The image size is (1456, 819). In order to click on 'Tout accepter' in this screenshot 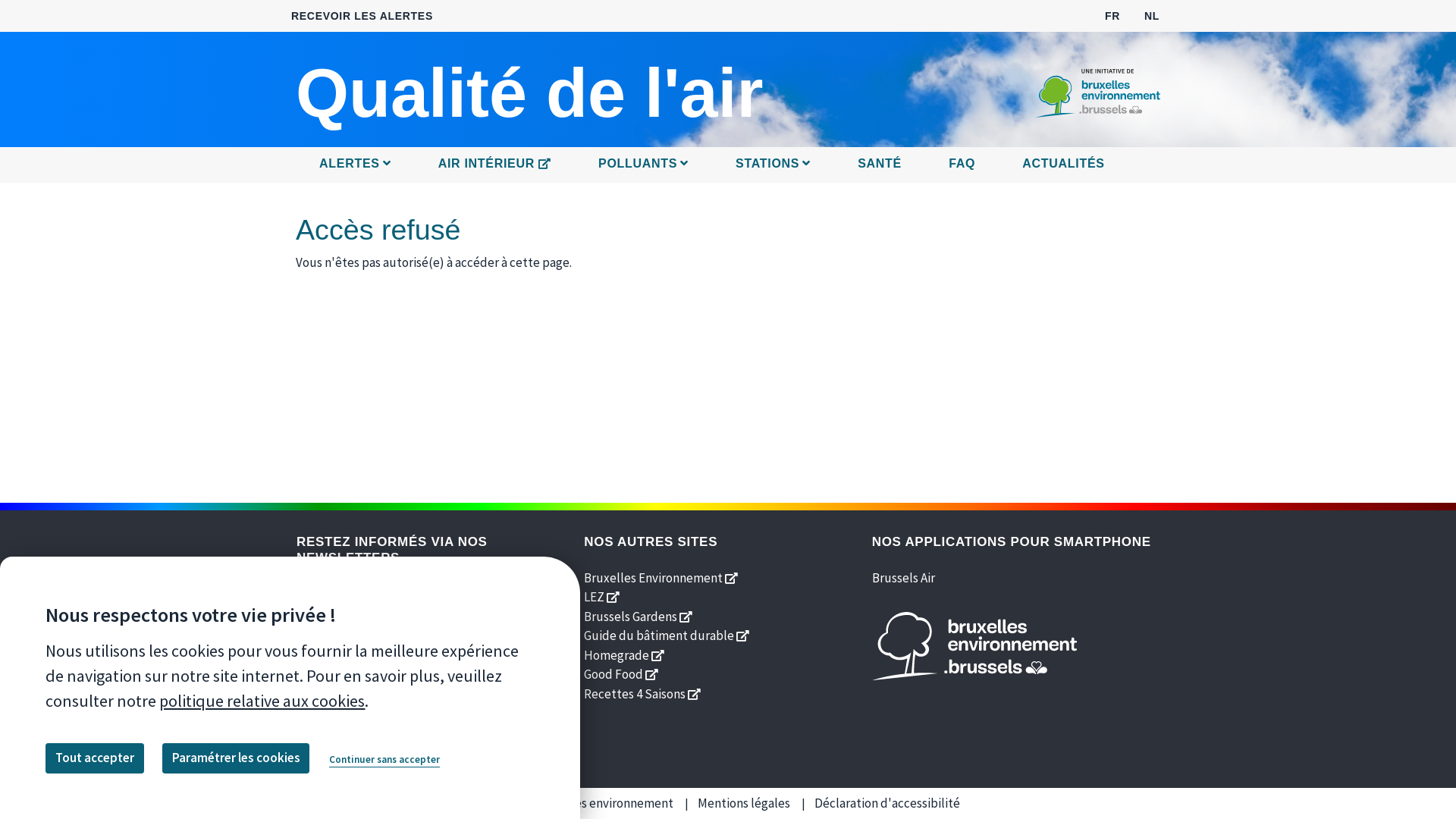, I will do `click(93, 758)`.